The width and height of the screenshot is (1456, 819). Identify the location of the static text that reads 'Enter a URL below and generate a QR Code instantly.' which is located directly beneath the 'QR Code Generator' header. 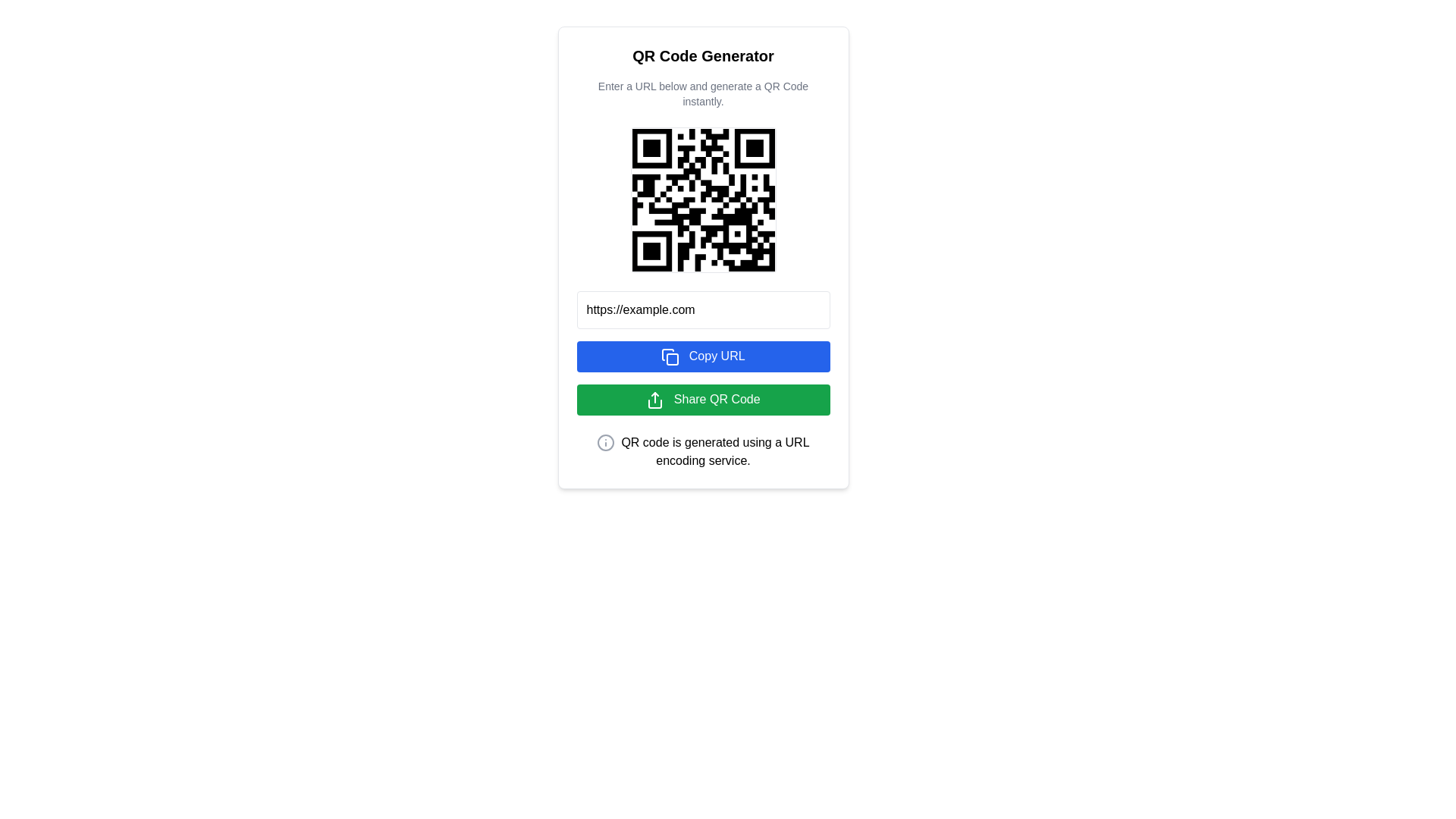
(702, 93).